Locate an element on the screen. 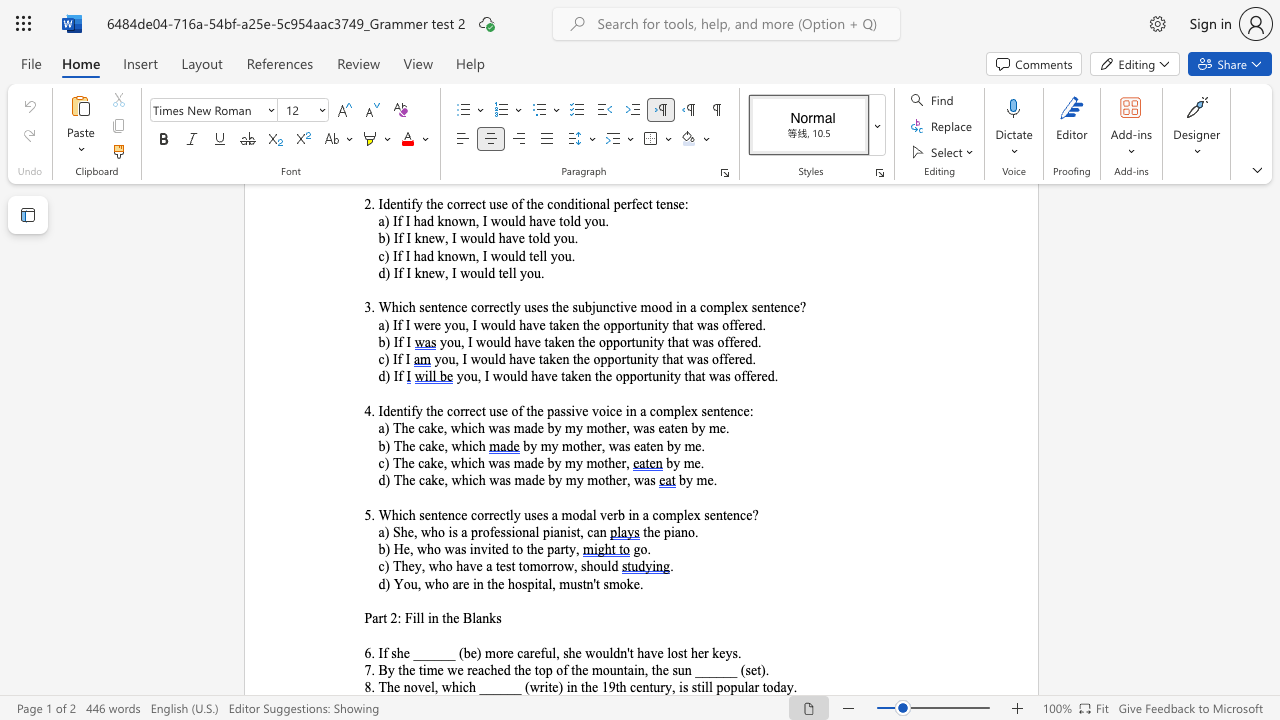  the subset text "y." within the text "8. The novel, which ______ (write) in the 19th century, is still popular today." is located at coordinates (785, 686).